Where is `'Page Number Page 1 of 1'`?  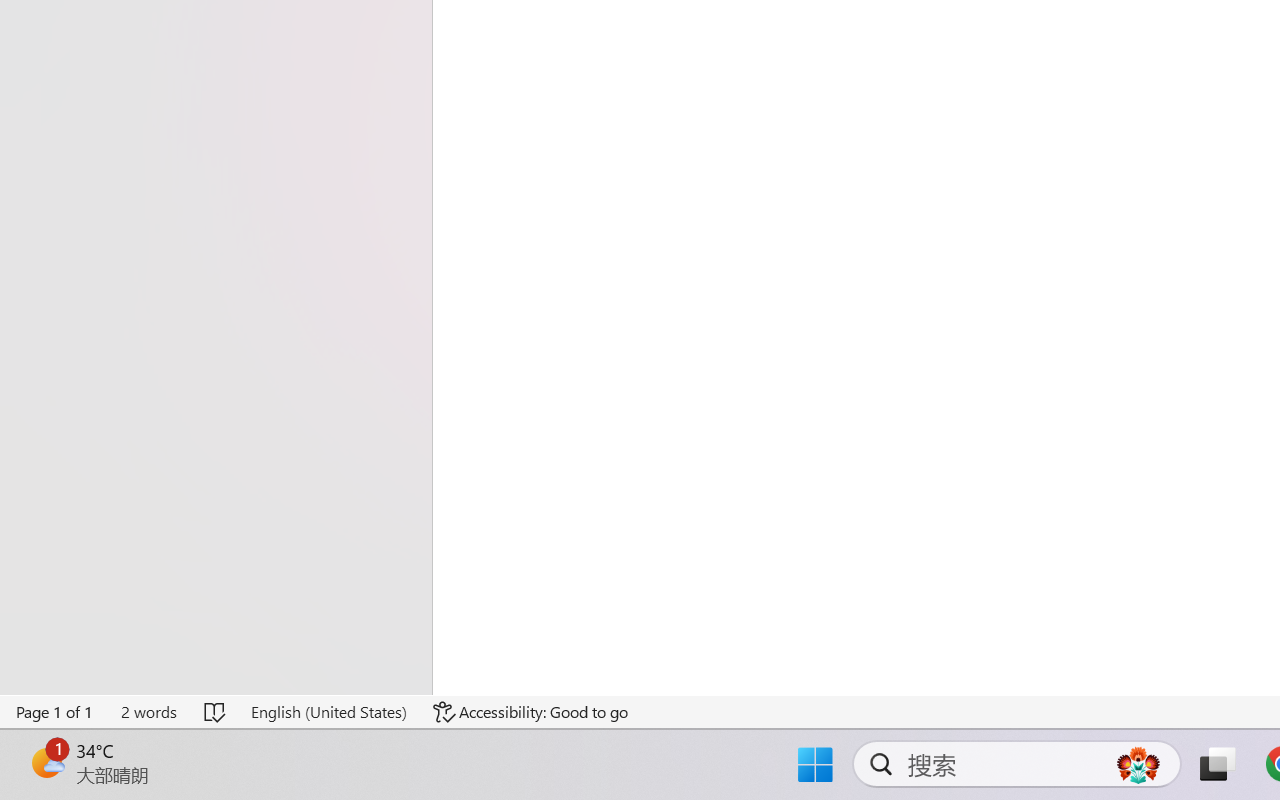
'Page Number Page 1 of 1' is located at coordinates (55, 711).